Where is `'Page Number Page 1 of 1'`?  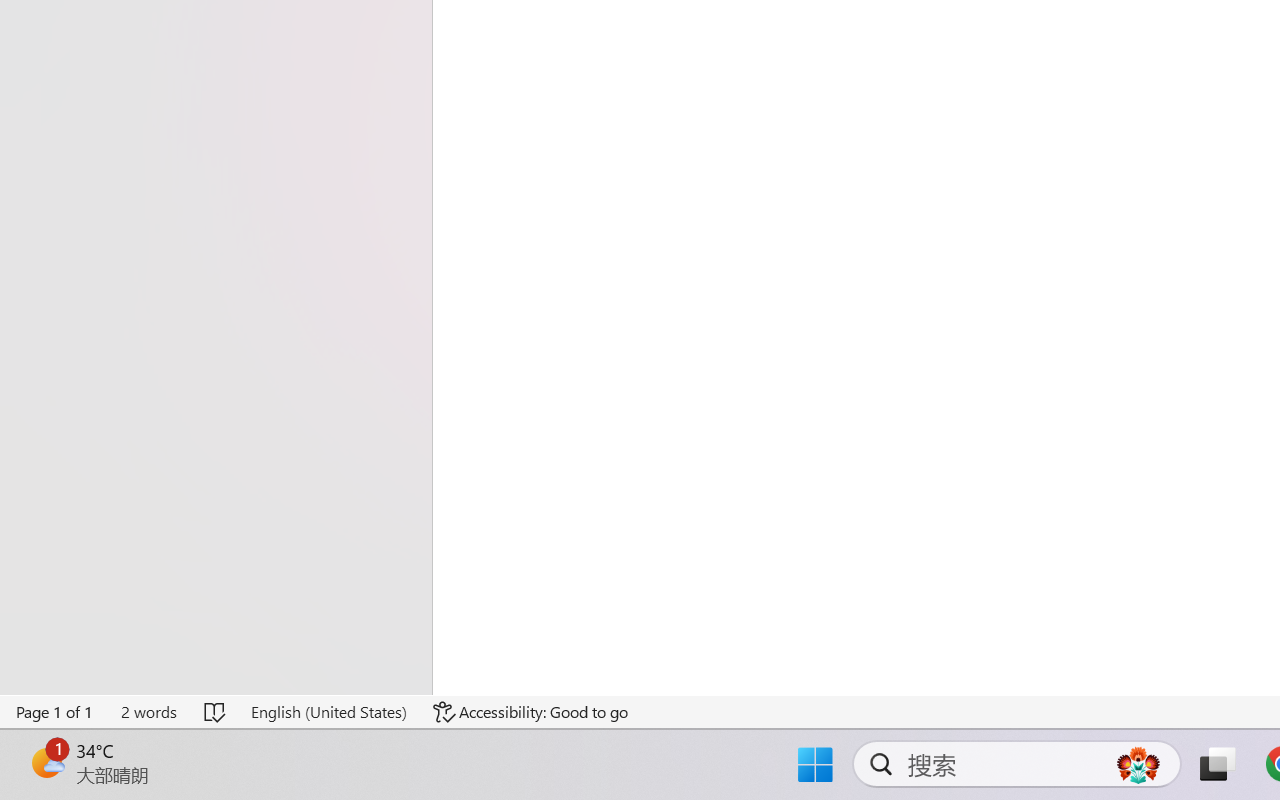
'Page Number Page 1 of 1' is located at coordinates (55, 711).